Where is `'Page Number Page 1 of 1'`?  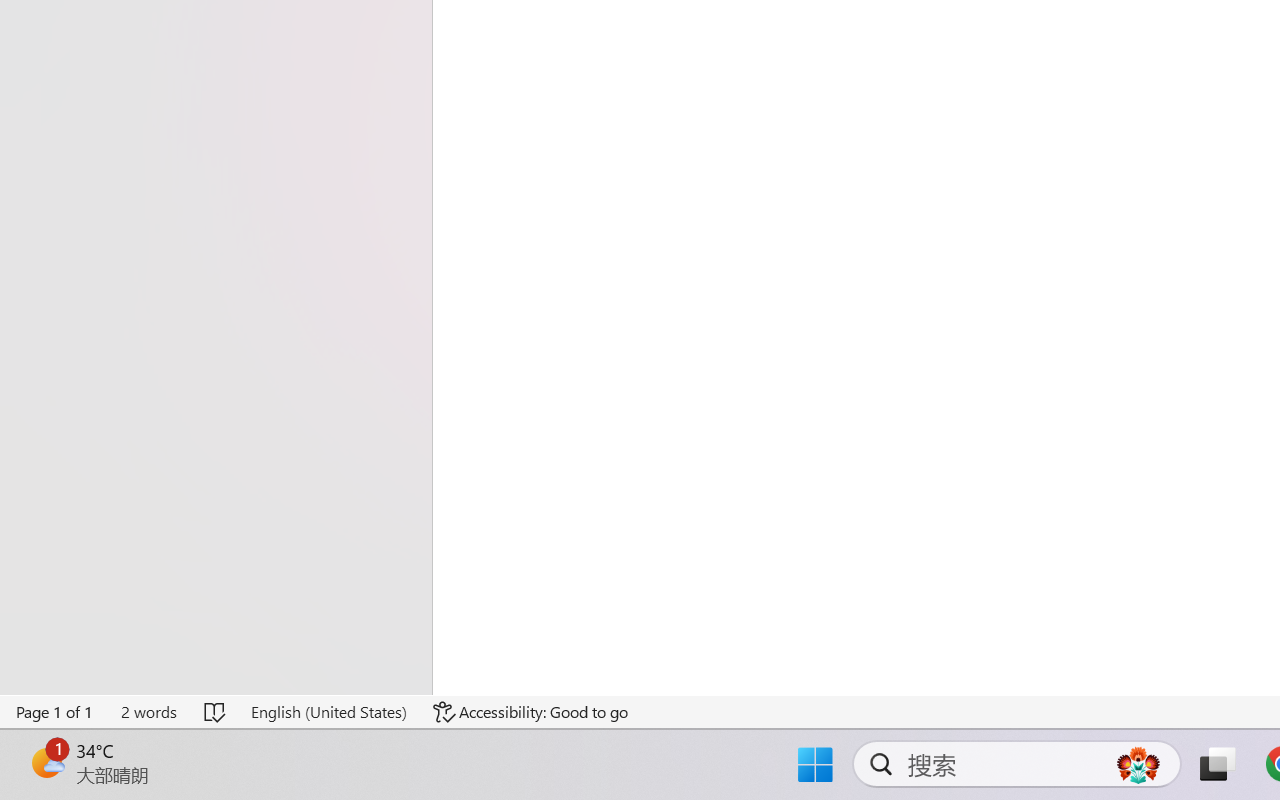
'Page Number Page 1 of 1' is located at coordinates (55, 711).